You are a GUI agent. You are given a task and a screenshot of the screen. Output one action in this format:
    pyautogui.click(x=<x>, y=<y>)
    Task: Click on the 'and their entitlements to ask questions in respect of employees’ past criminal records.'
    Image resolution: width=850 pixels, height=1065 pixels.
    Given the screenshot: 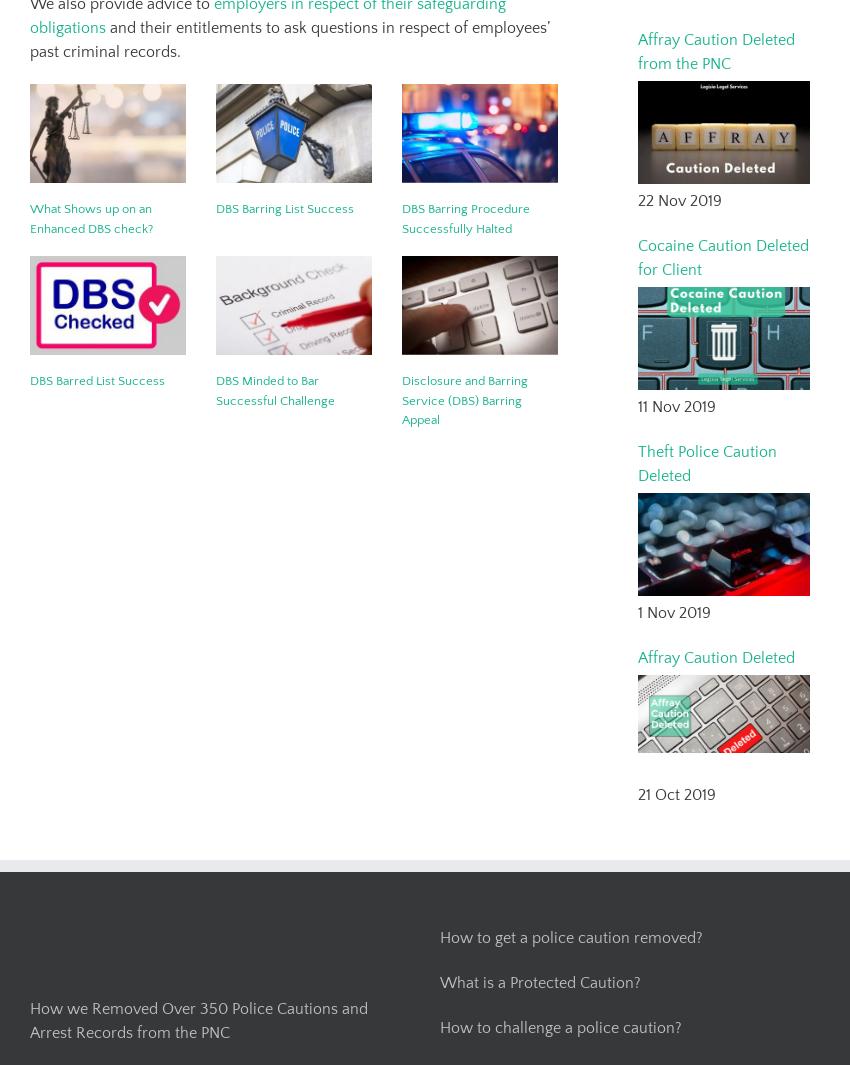 What is the action you would take?
    pyautogui.click(x=288, y=39)
    